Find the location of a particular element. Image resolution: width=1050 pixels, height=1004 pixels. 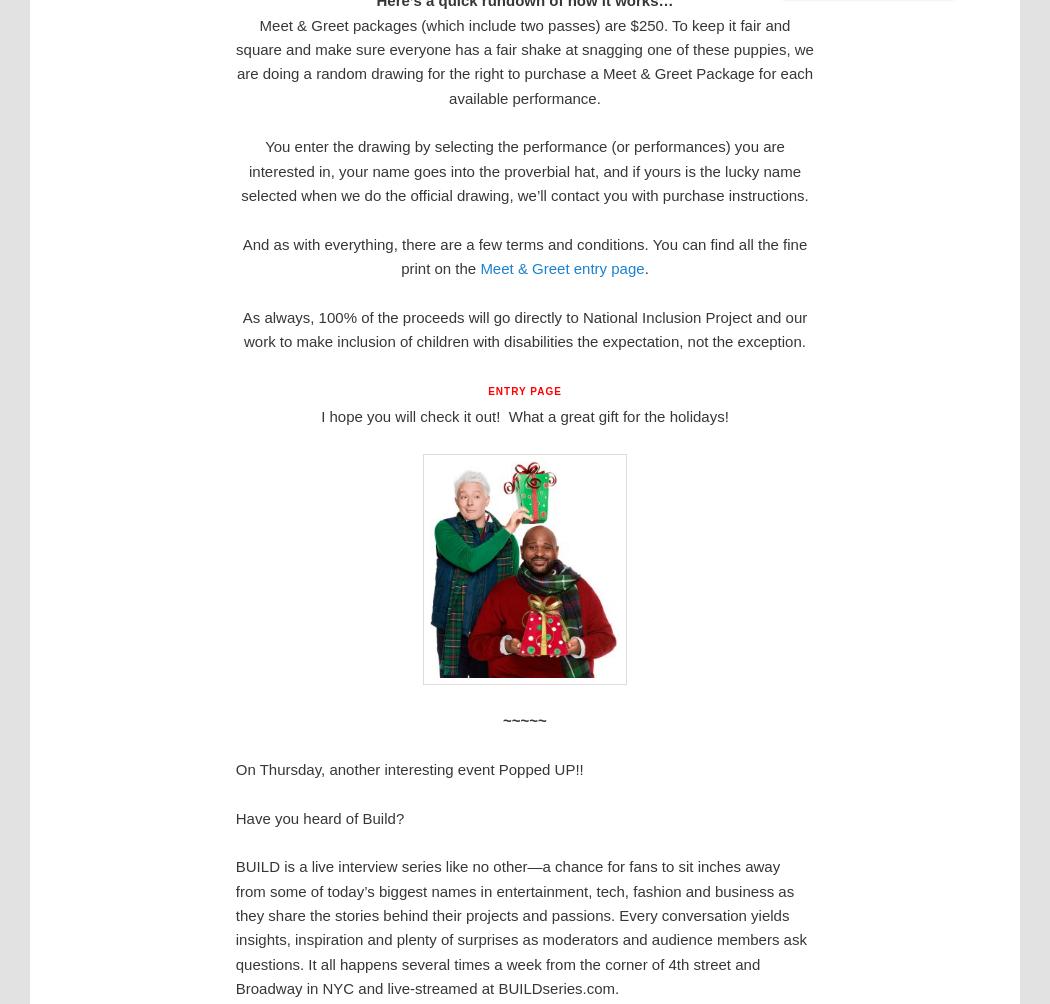

'Have you heard of Build?' is located at coordinates (319, 817).